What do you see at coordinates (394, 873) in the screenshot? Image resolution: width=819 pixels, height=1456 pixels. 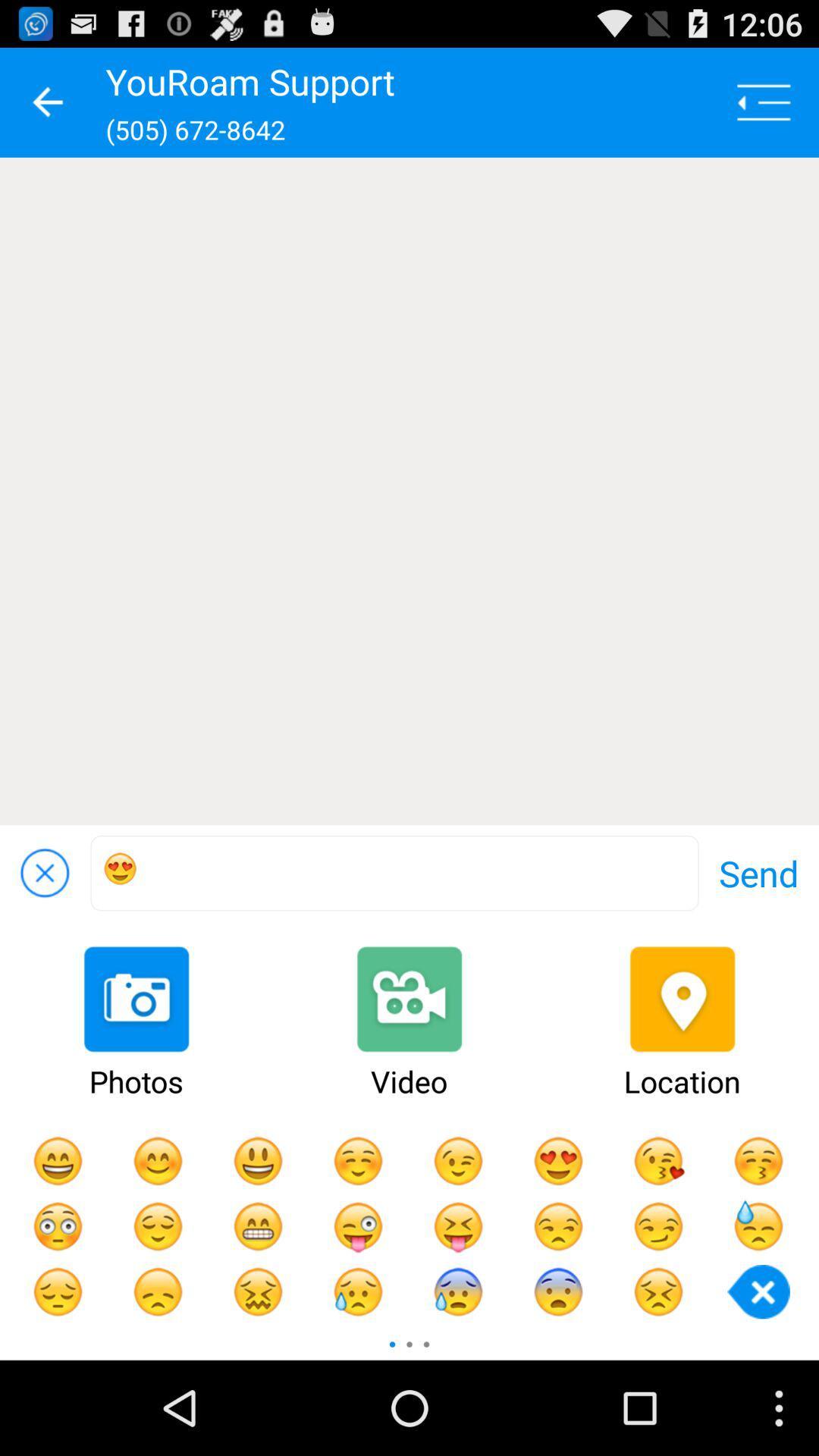 I see `e106` at bounding box center [394, 873].